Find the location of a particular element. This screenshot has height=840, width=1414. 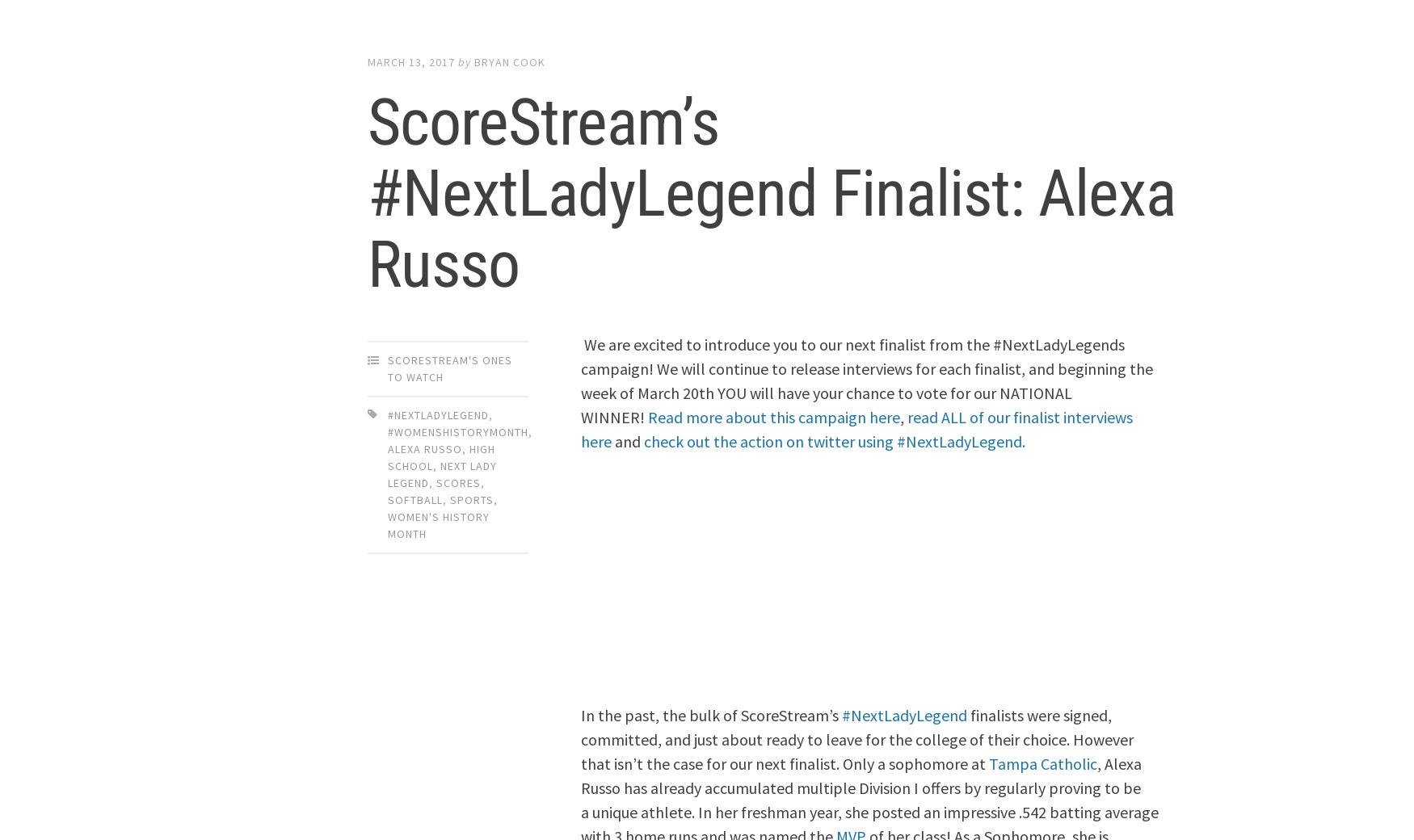

'and' is located at coordinates (611, 439).